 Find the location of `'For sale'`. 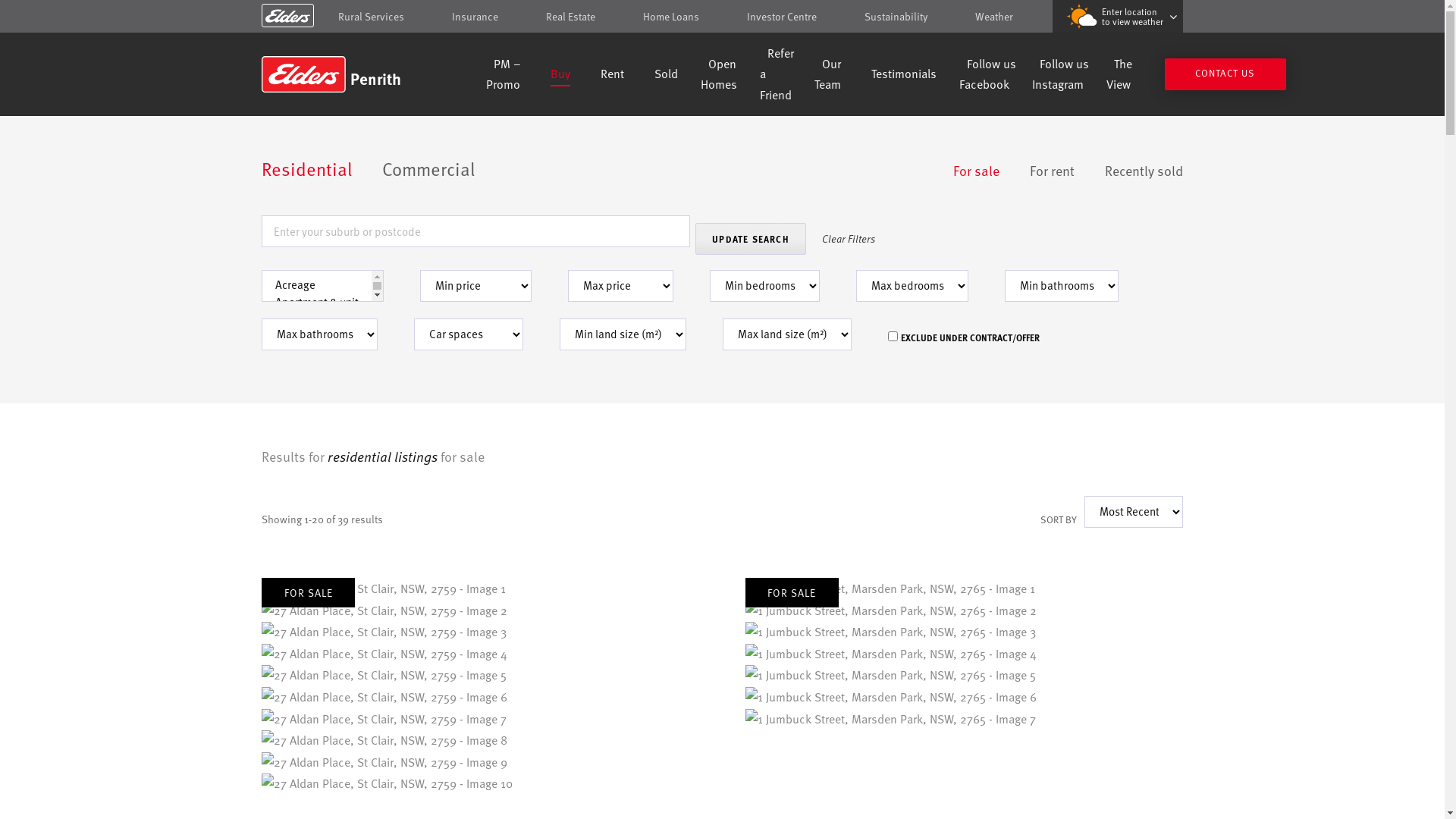

'For sale' is located at coordinates (952, 171).